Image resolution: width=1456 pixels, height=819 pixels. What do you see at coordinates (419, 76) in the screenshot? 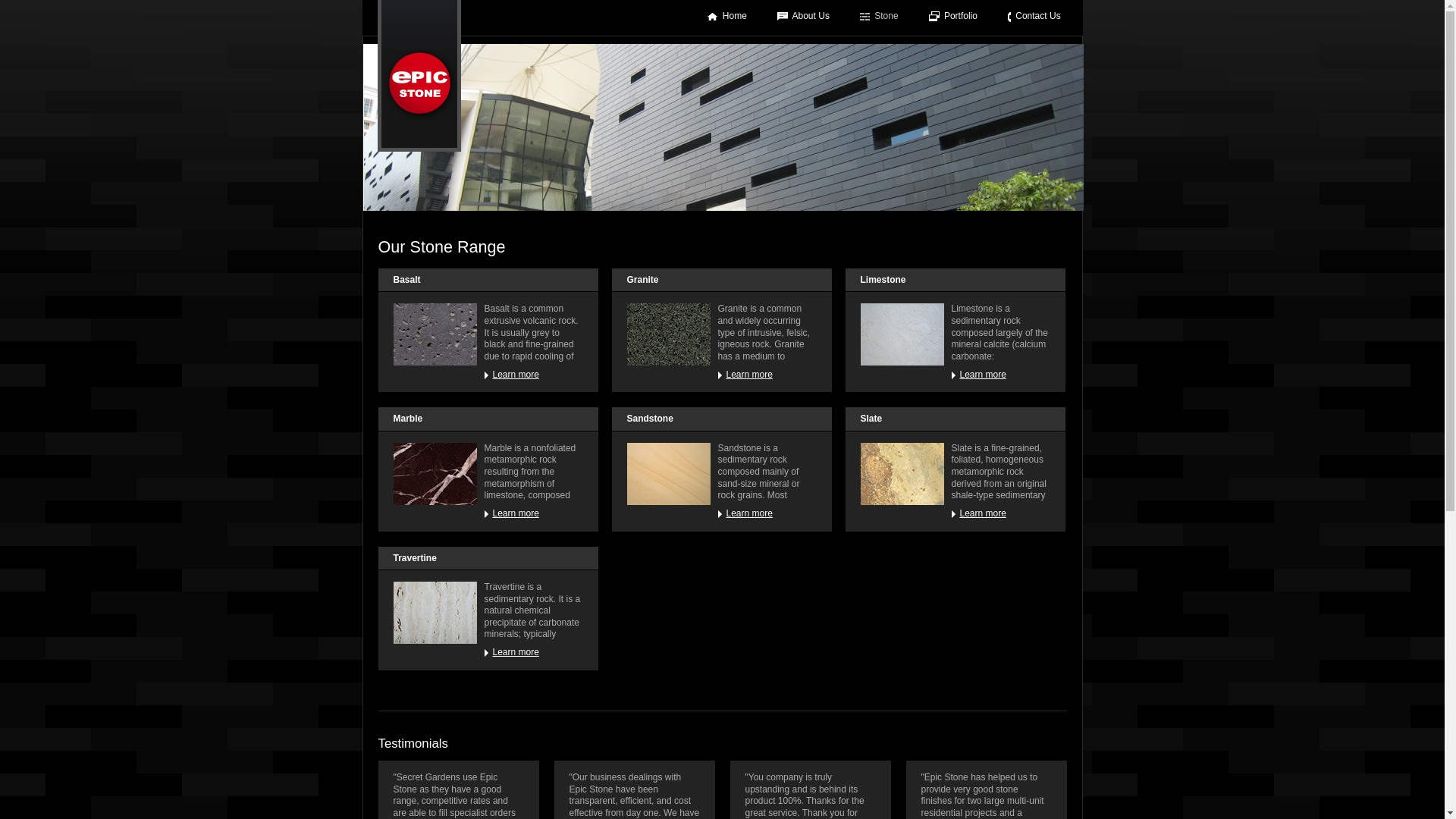
I see `'Epic Stone'` at bounding box center [419, 76].